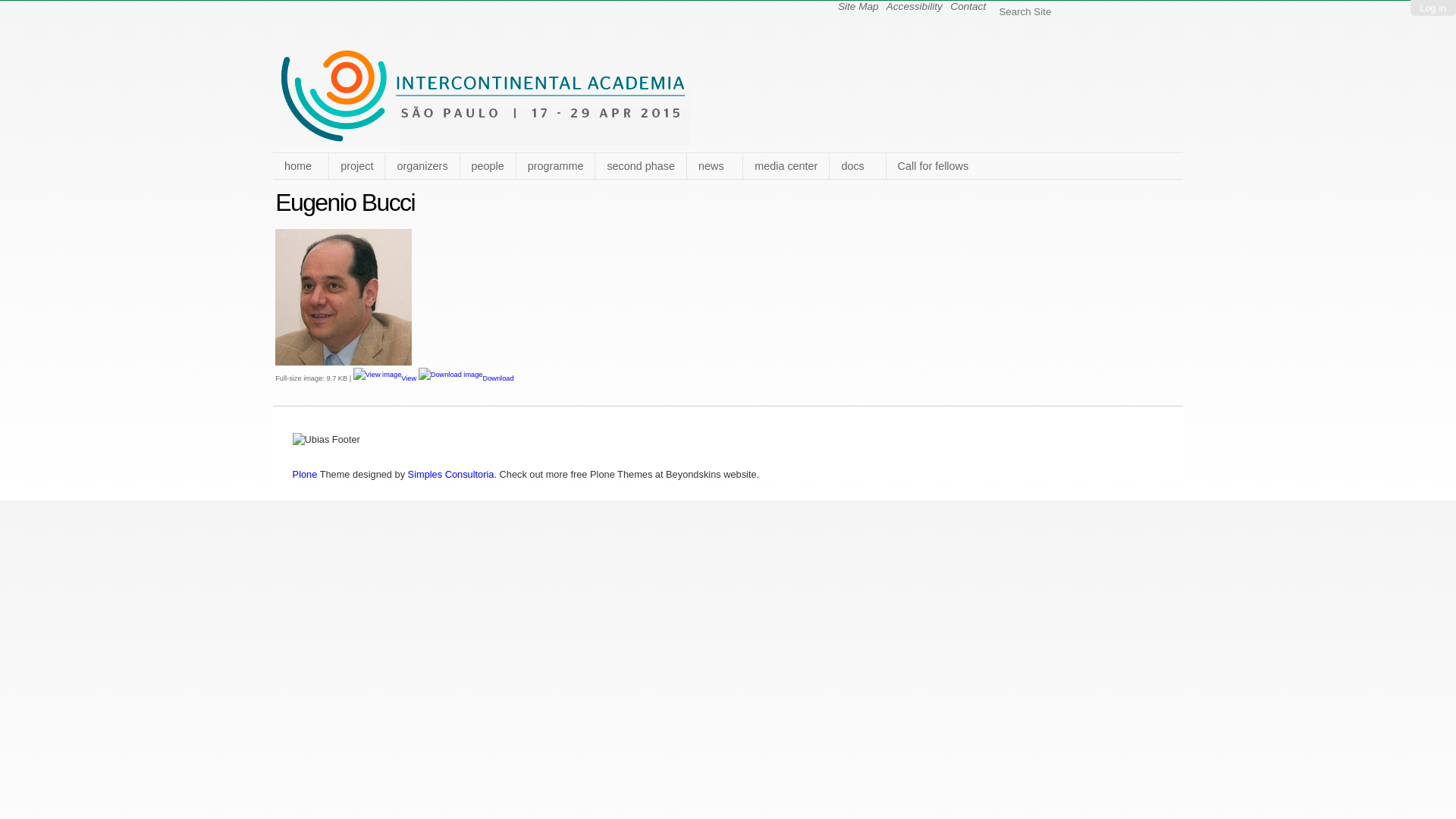  What do you see at coordinates (885, 166) in the screenshot?
I see `'Call for fellows'` at bounding box center [885, 166].